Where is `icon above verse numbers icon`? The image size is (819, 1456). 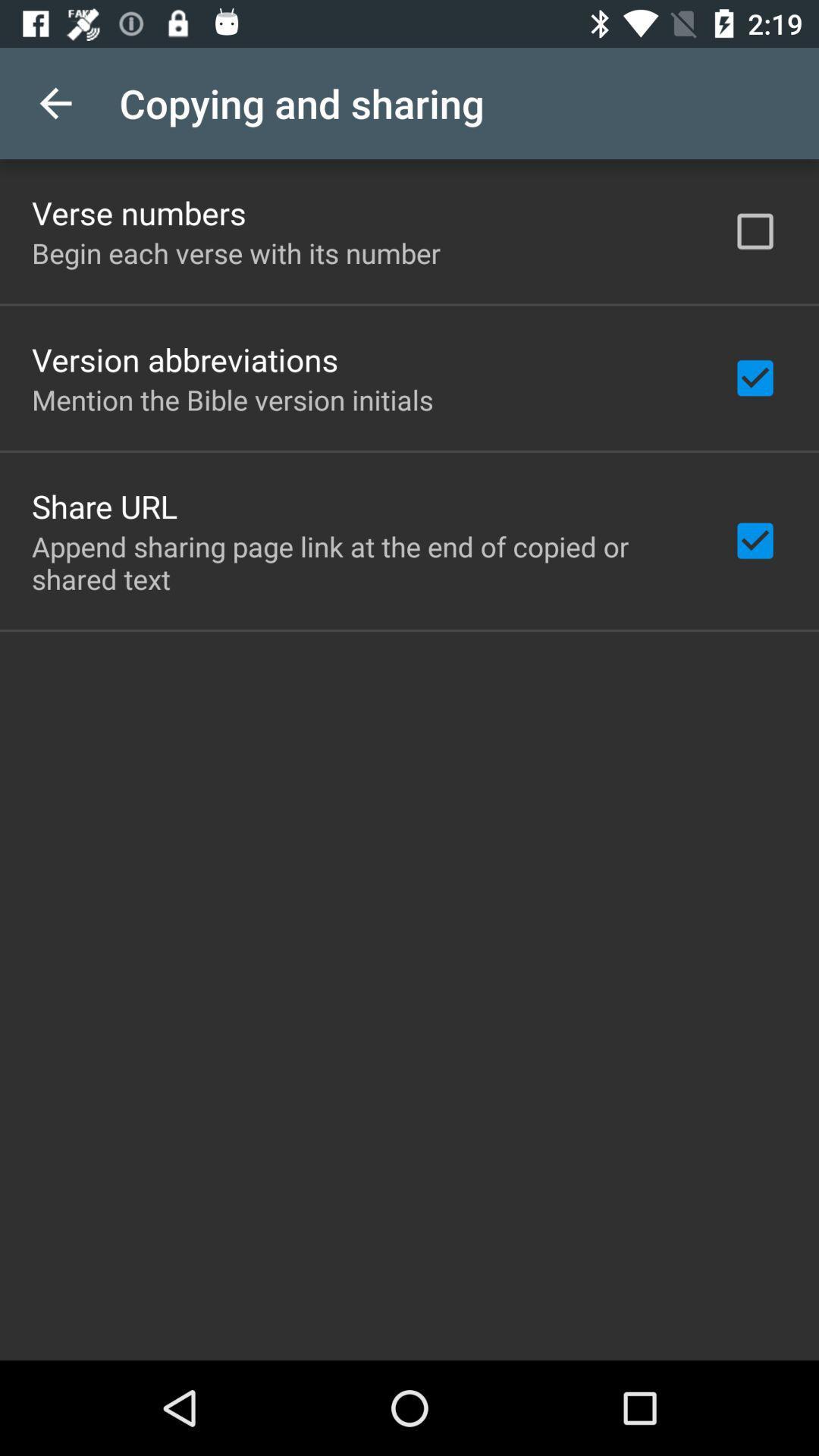 icon above verse numbers icon is located at coordinates (55, 102).